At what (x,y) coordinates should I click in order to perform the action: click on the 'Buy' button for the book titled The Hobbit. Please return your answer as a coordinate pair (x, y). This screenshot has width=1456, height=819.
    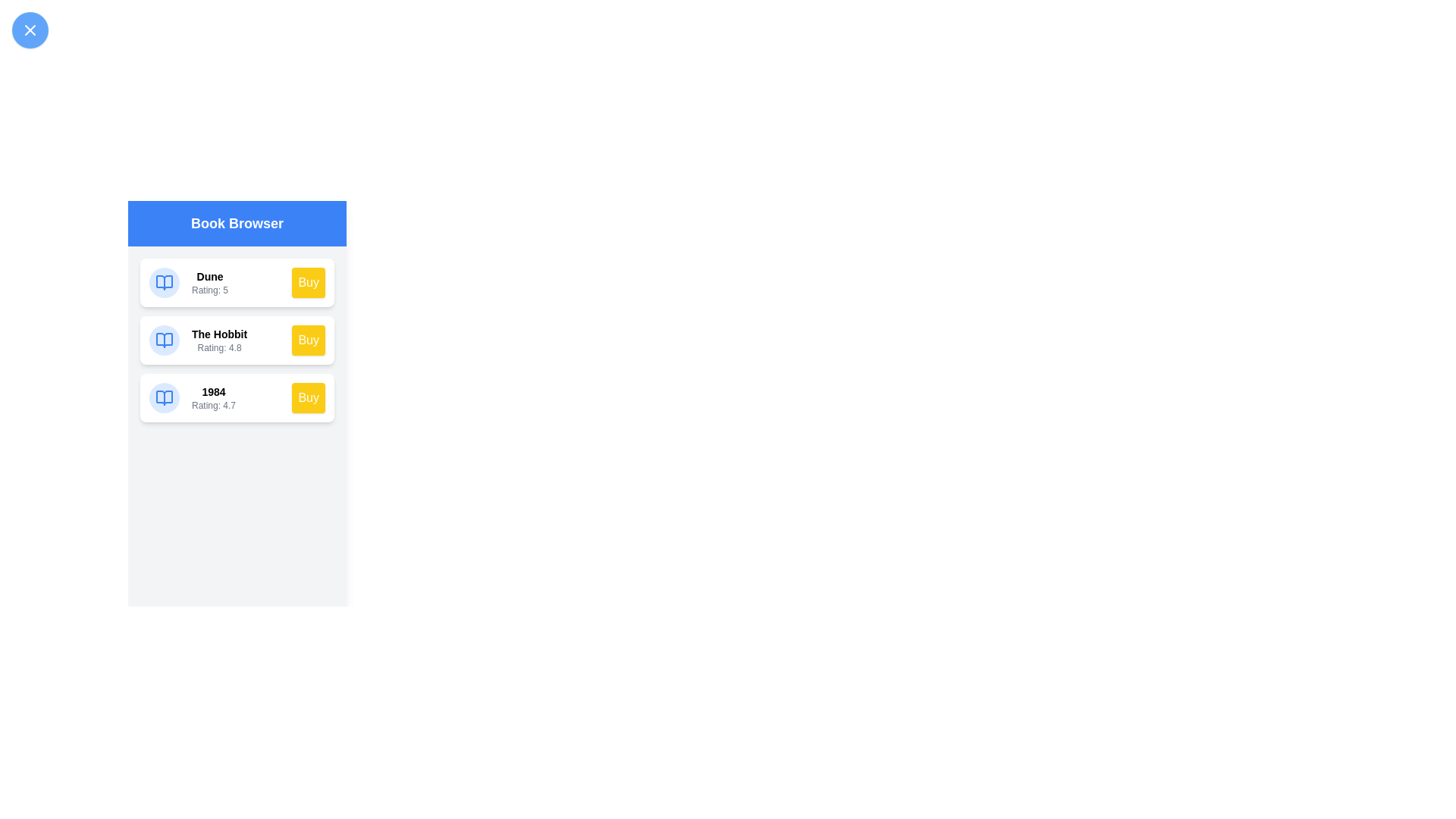
    Looking at the image, I should click on (308, 339).